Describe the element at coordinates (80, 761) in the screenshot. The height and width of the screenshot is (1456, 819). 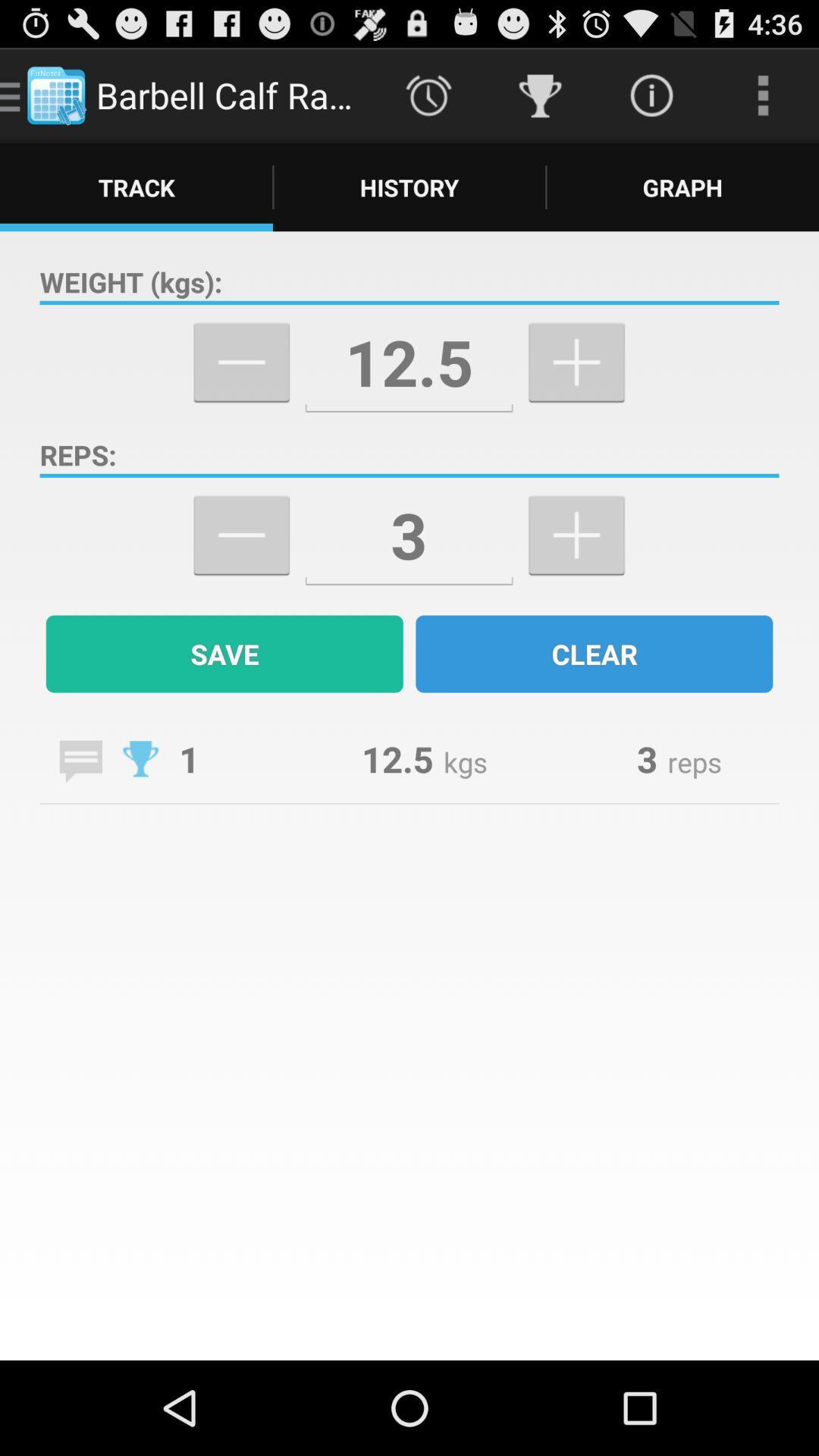
I see `a note` at that location.